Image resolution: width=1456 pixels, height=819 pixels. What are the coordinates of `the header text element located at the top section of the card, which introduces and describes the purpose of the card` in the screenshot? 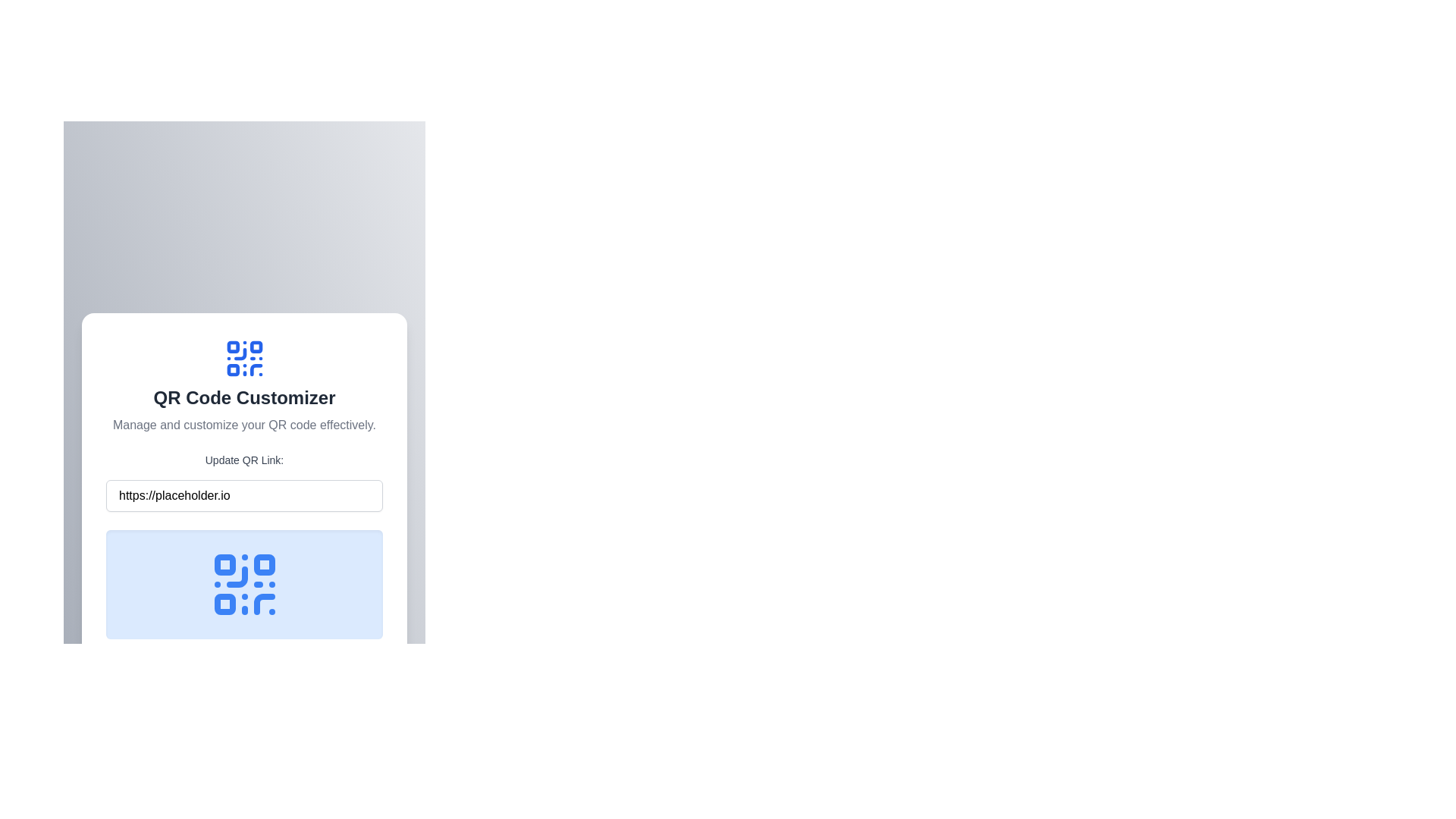 It's located at (244, 397).